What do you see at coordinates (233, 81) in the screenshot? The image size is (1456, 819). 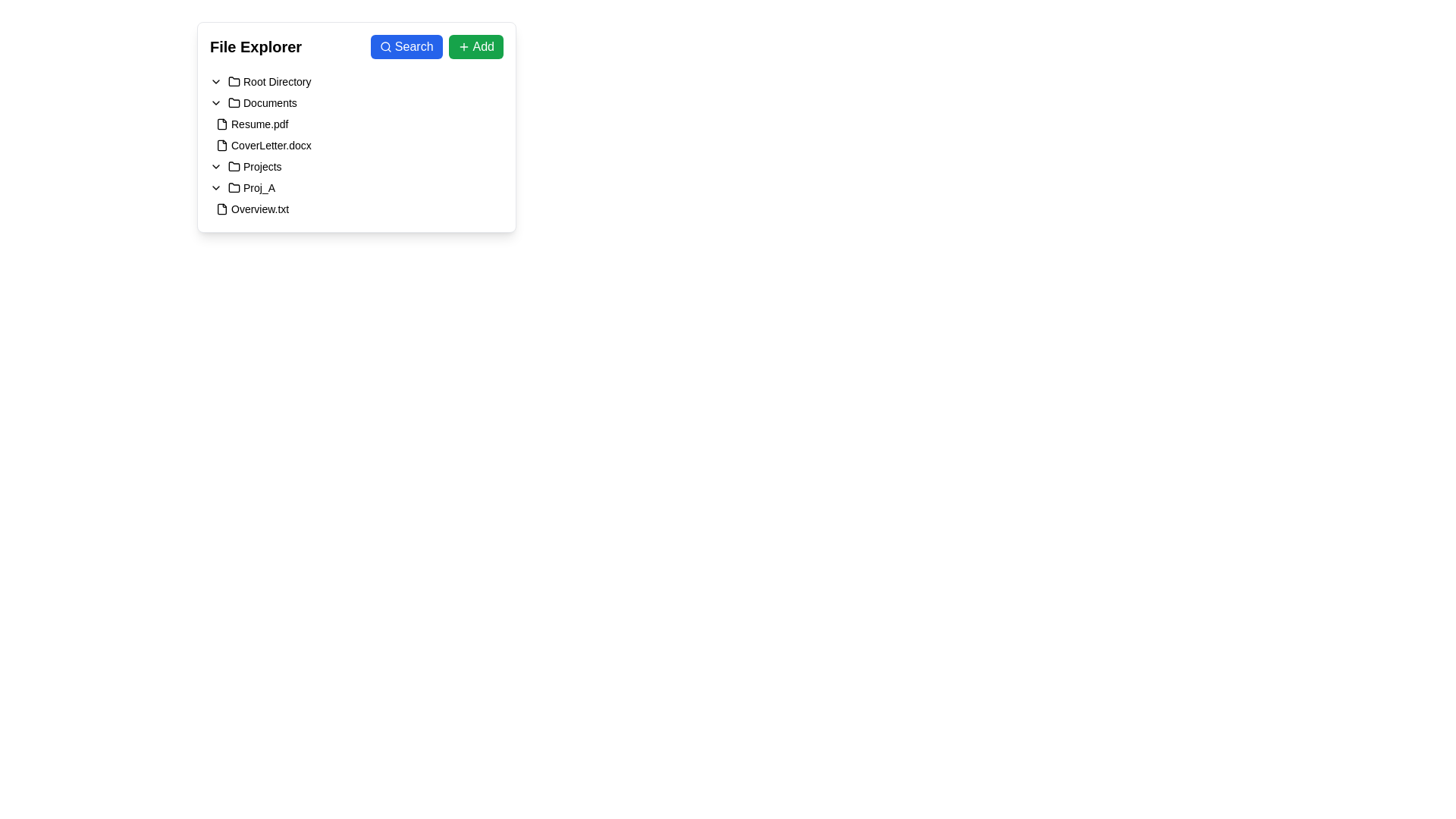 I see `the folder icon button located under the 'File Explorer' heading in the hierarchical navigation interface` at bounding box center [233, 81].